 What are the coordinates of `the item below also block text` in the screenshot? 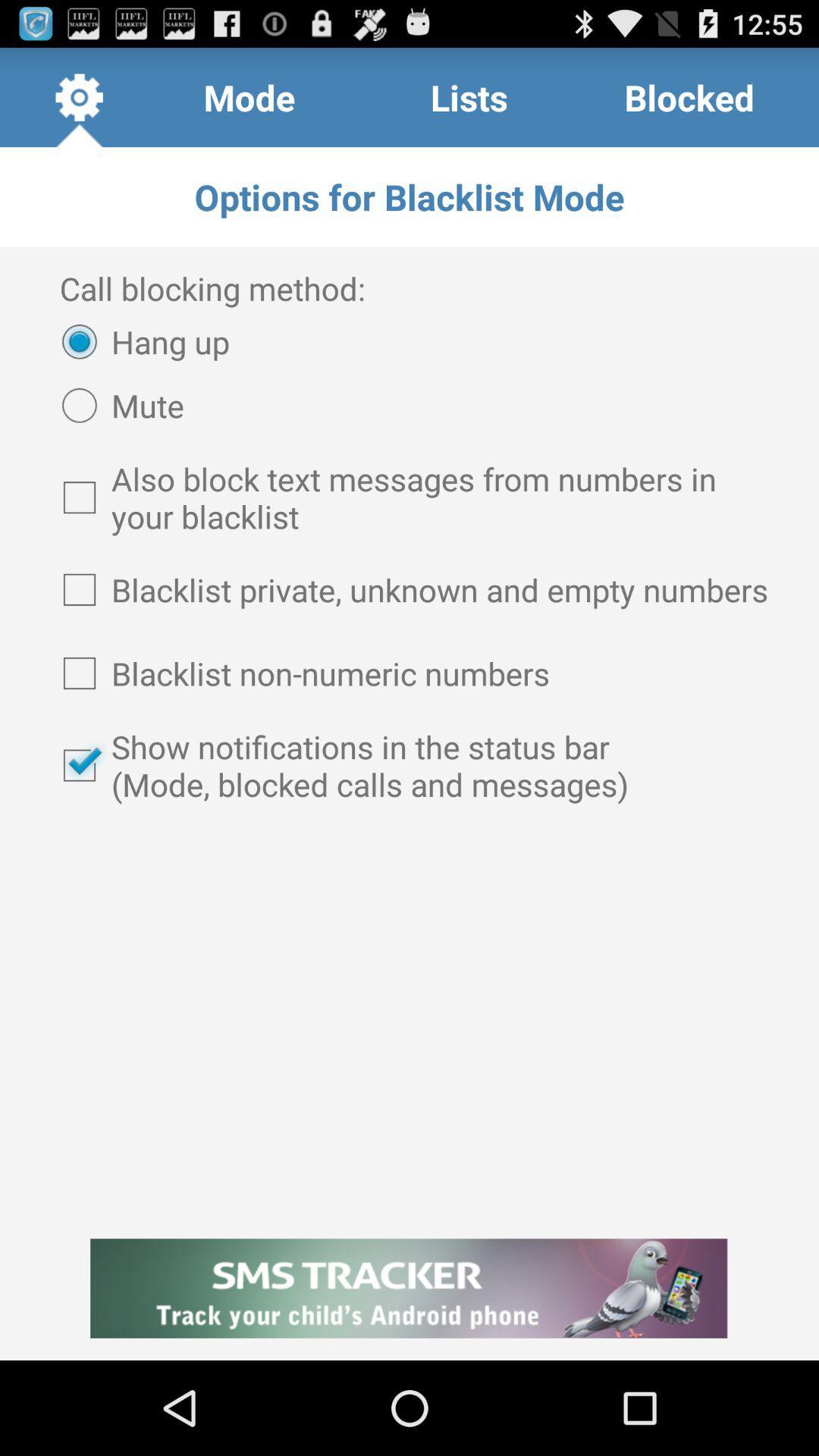 It's located at (409, 588).